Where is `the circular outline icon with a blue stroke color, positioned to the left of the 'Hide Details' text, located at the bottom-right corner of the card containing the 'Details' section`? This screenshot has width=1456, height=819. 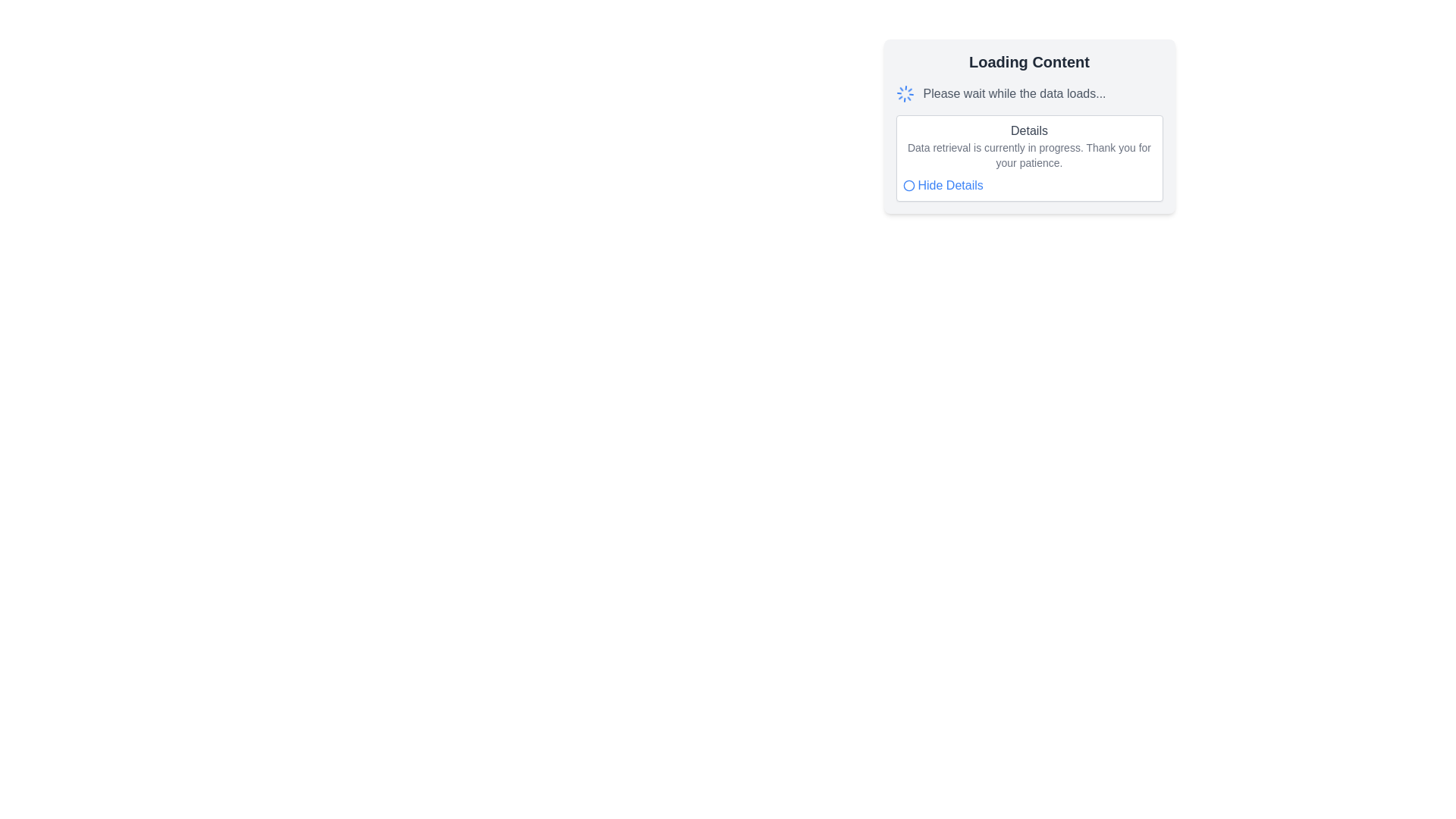
the circular outline icon with a blue stroke color, positioned to the left of the 'Hide Details' text, located at the bottom-right corner of the card containing the 'Details' section is located at coordinates (908, 185).